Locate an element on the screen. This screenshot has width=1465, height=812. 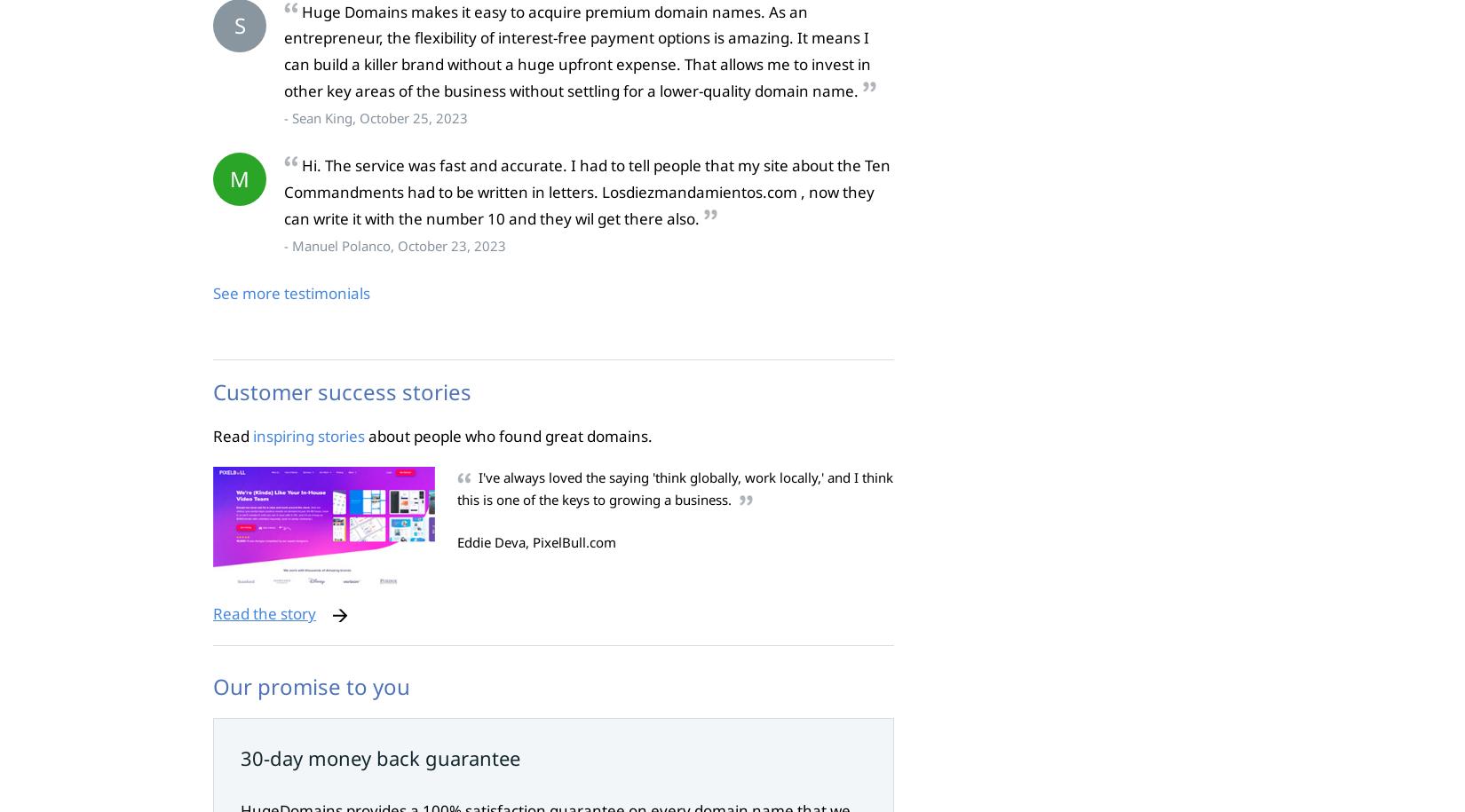
'Read the story' is located at coordinates (264, 612).